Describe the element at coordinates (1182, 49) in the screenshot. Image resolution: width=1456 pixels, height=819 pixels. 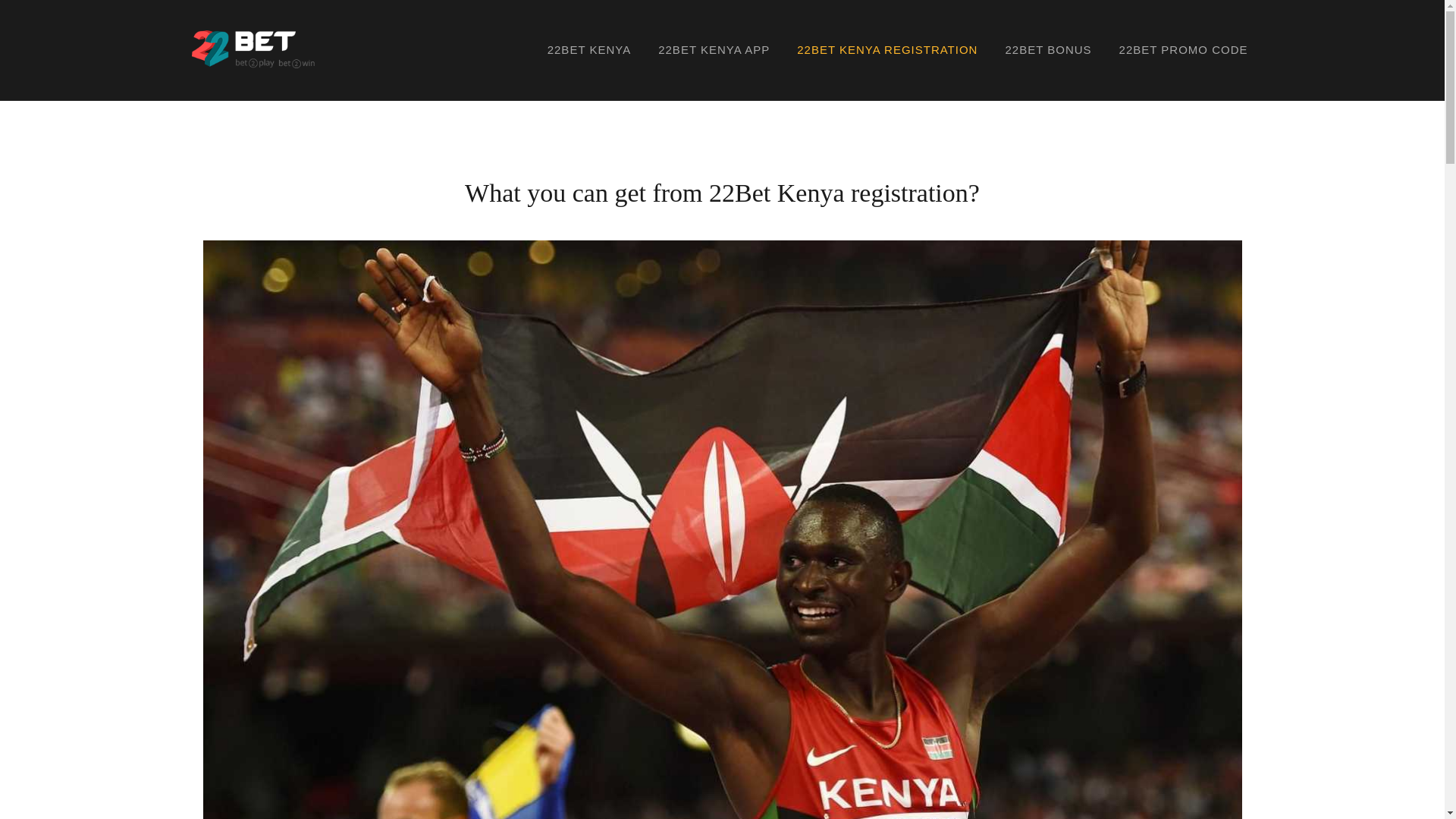
I see `'22BET PROMO CODE'` at that location.